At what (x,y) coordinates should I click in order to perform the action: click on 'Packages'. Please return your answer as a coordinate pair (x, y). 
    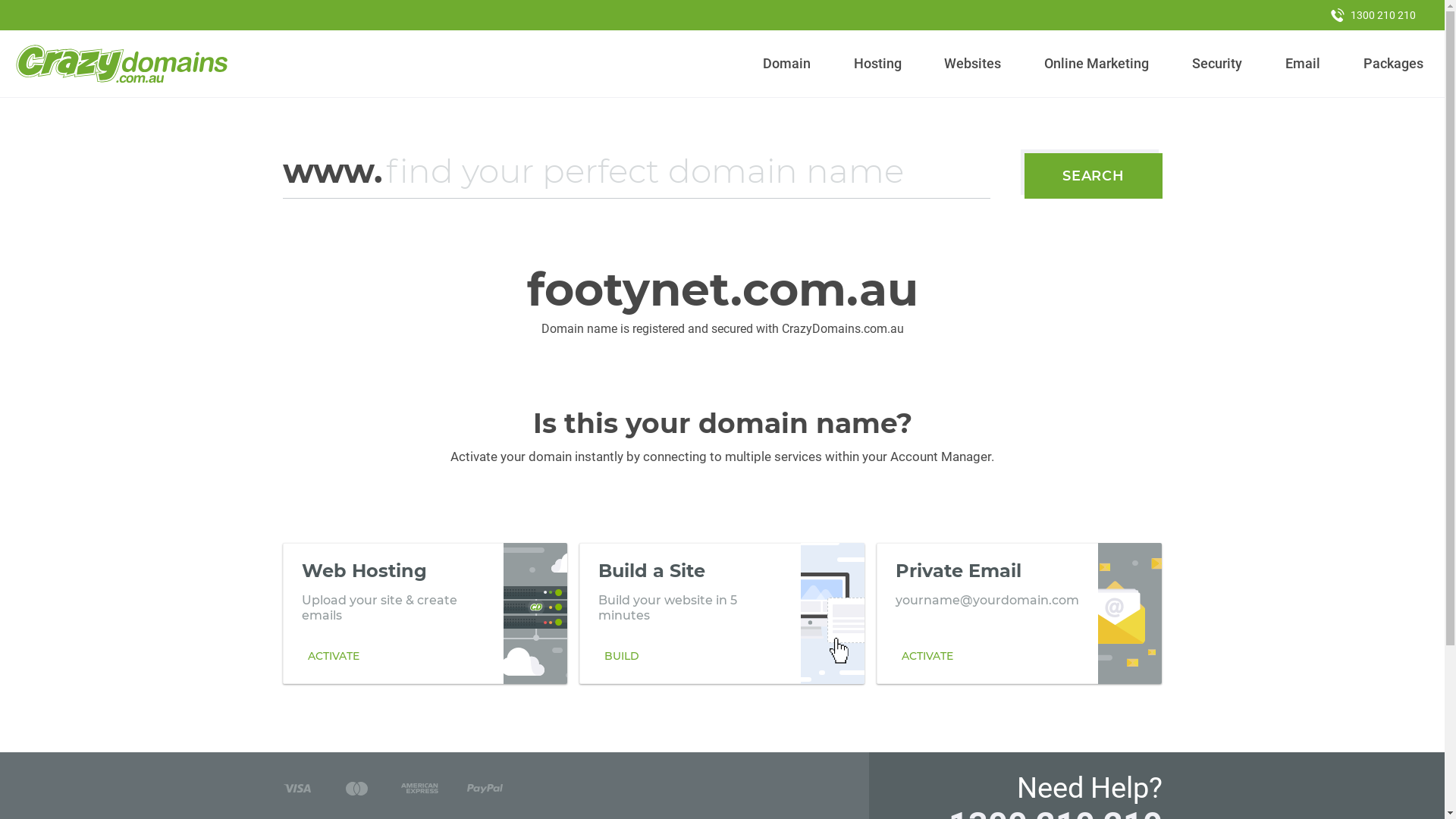
    Looking at the image, I should click on (1393, 63).